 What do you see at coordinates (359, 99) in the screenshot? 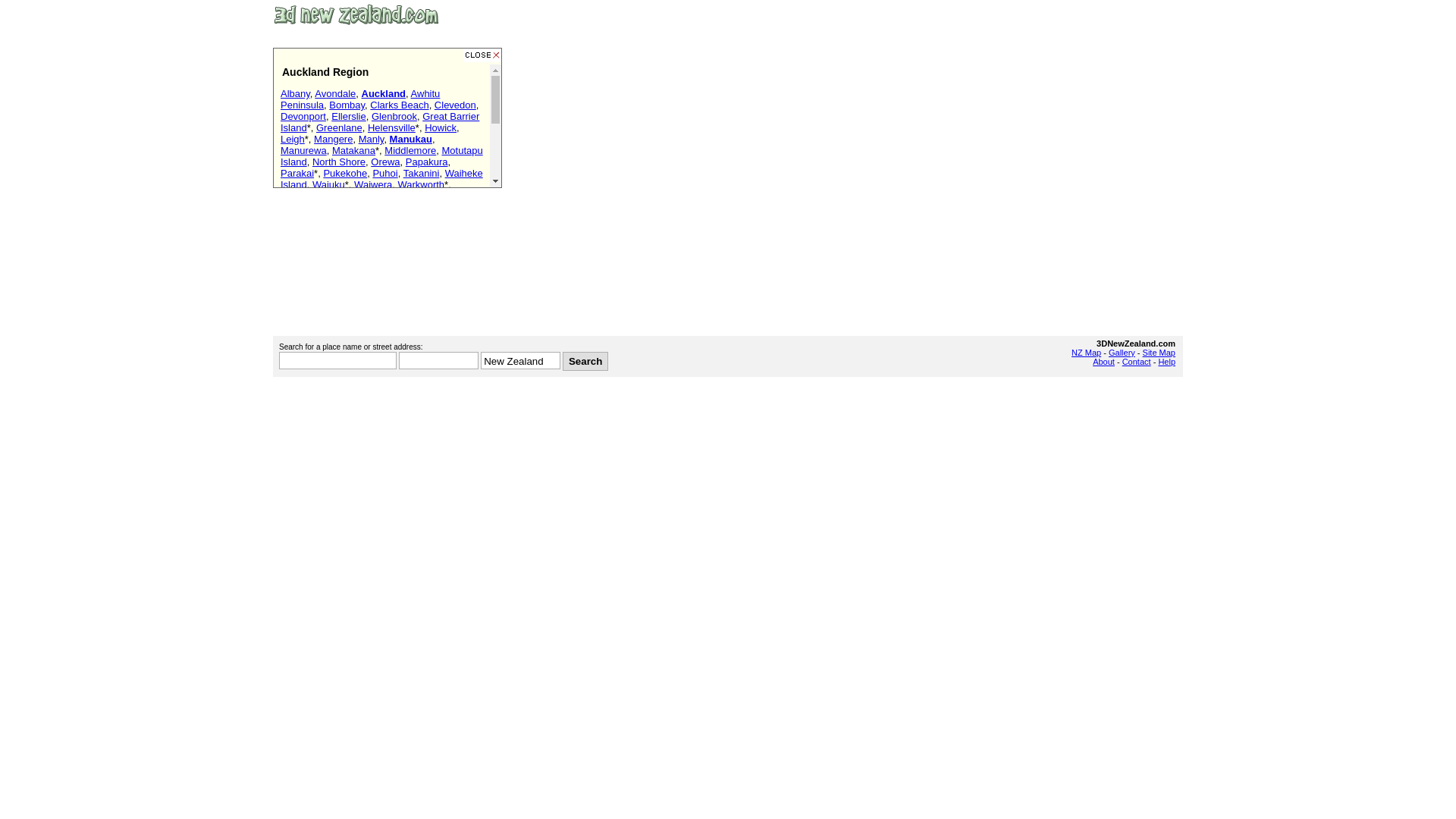
I see `'Awhitu Peninsula'` at bounding box center [359, 99].